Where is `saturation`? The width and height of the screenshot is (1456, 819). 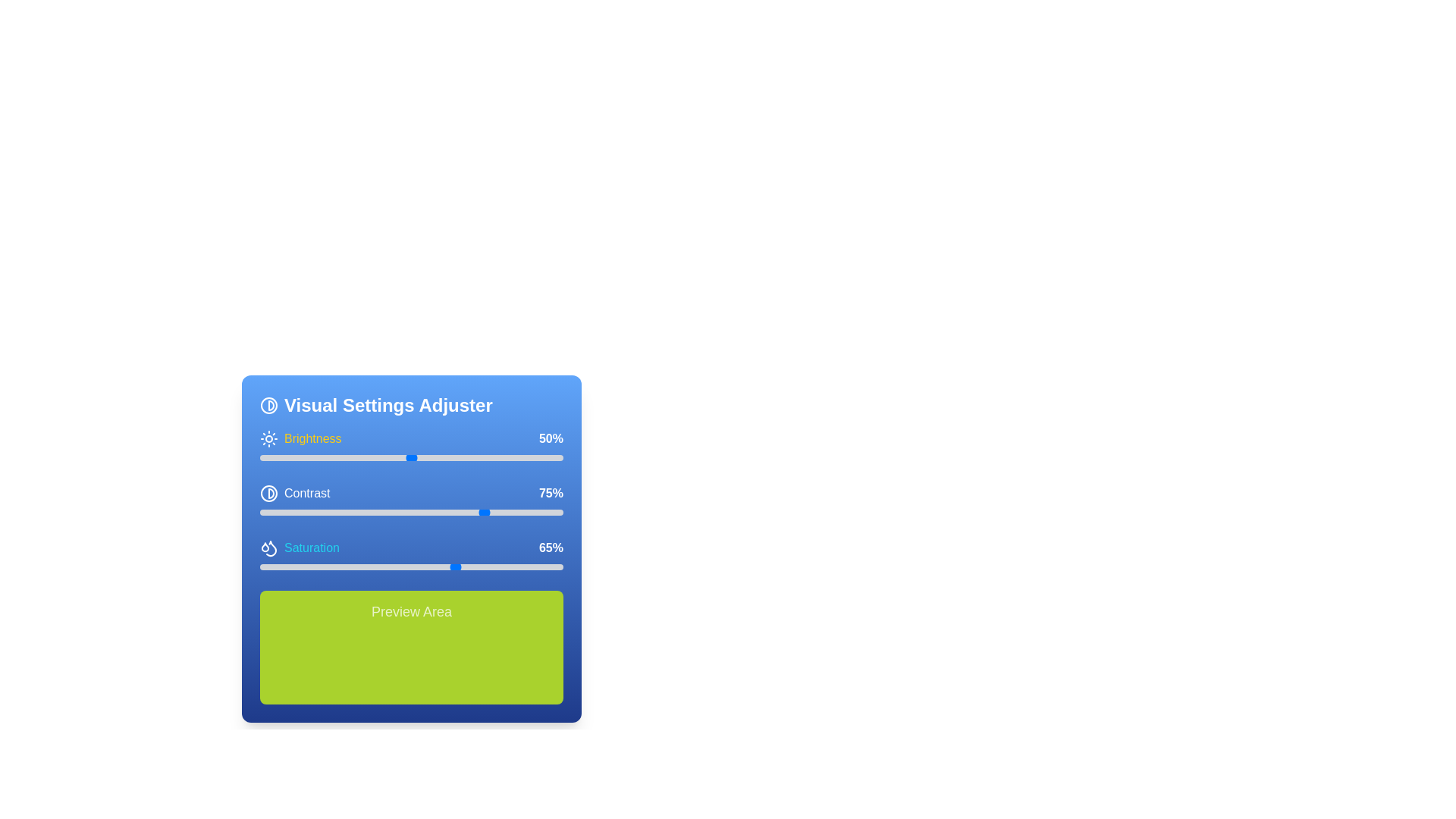 saturation is located at coordinates (545, 567).